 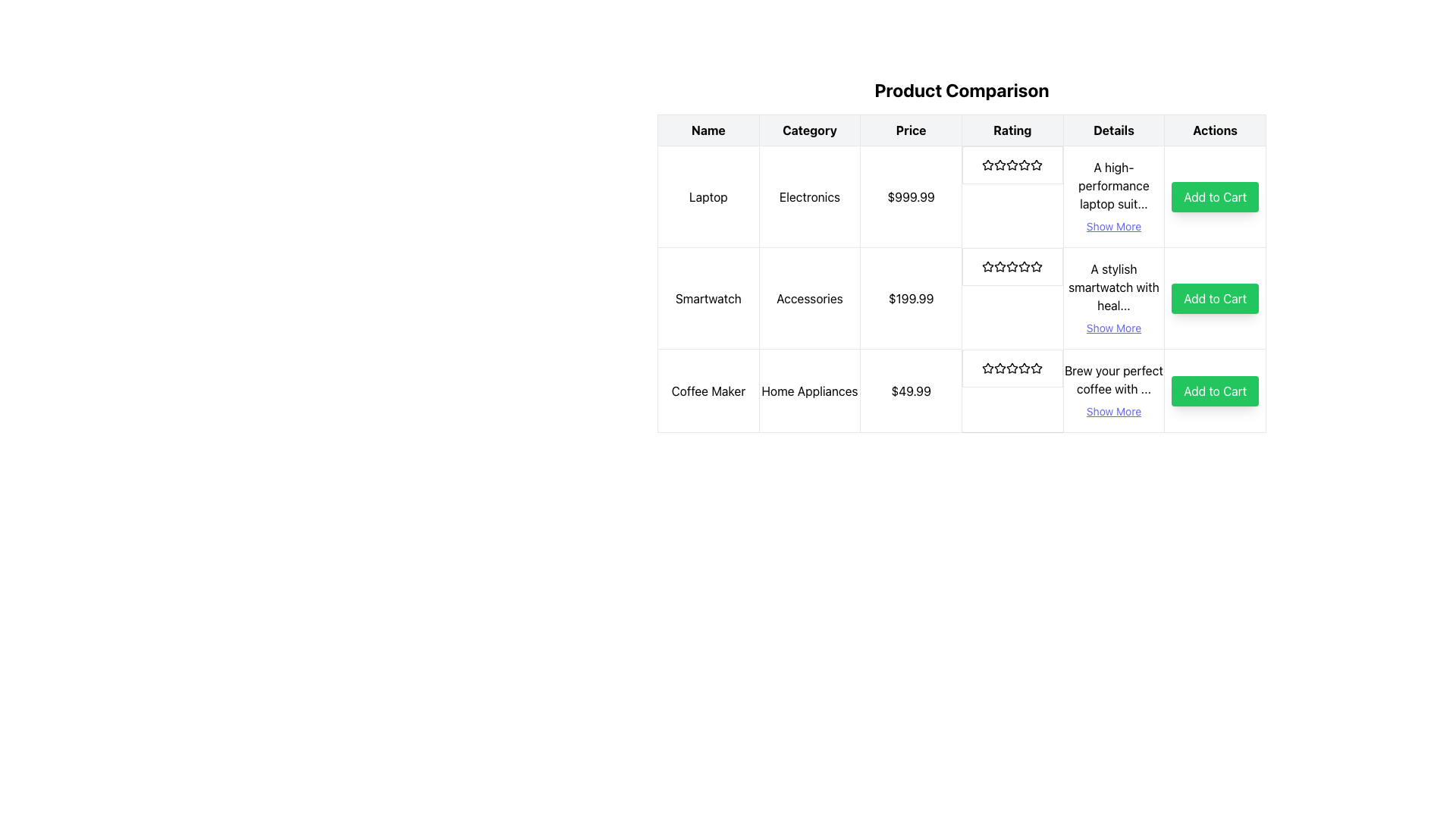 What do you see at coordinates (1012, 368) in the screenshot?
I see `the Rating bar element in the third row of the table, which consists of five star icons with the third star highlighted` at bounding box center [1012, 368].